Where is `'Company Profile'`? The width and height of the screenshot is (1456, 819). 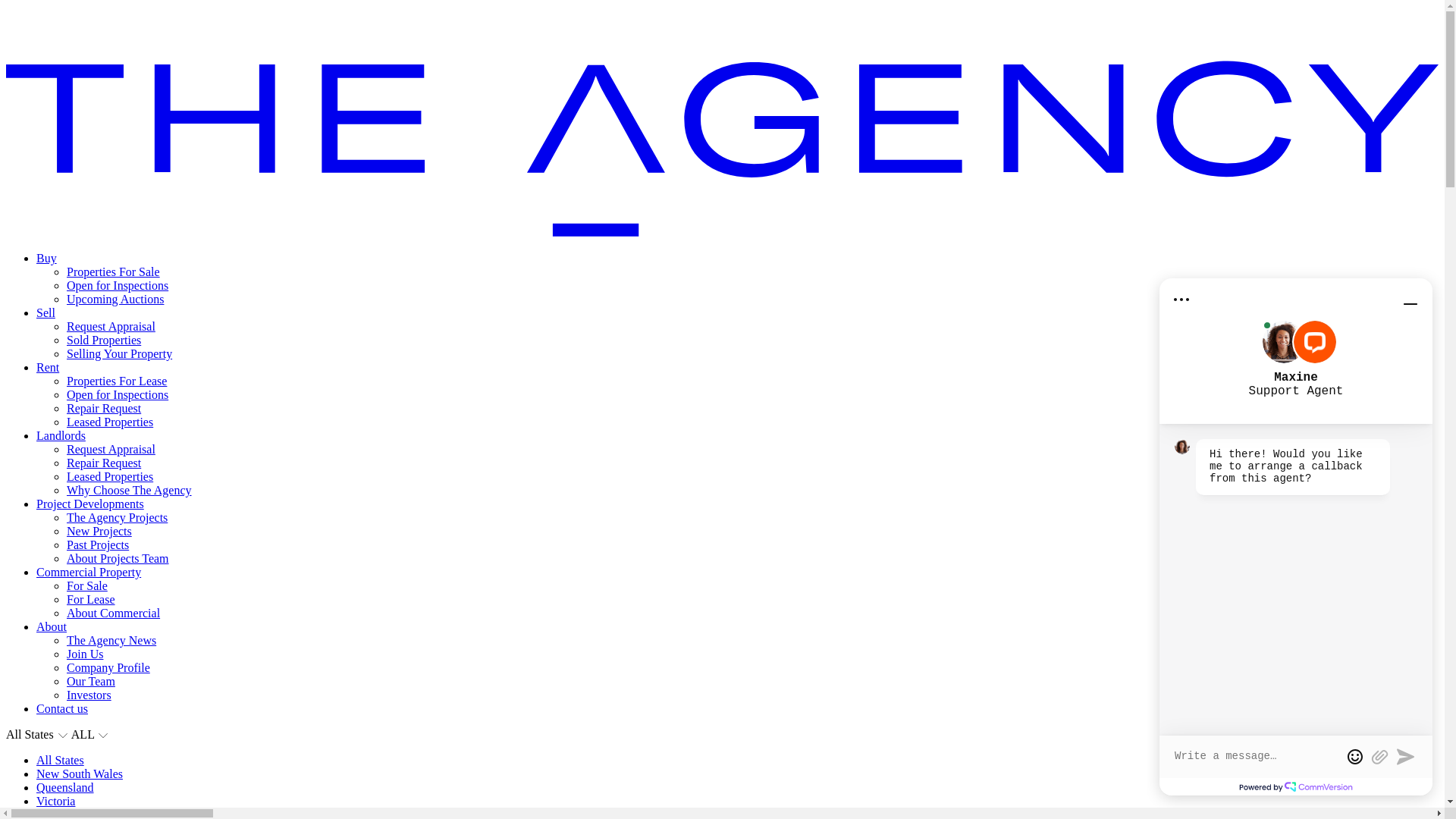 'Company Profile' is located at coordinates (108, 667).